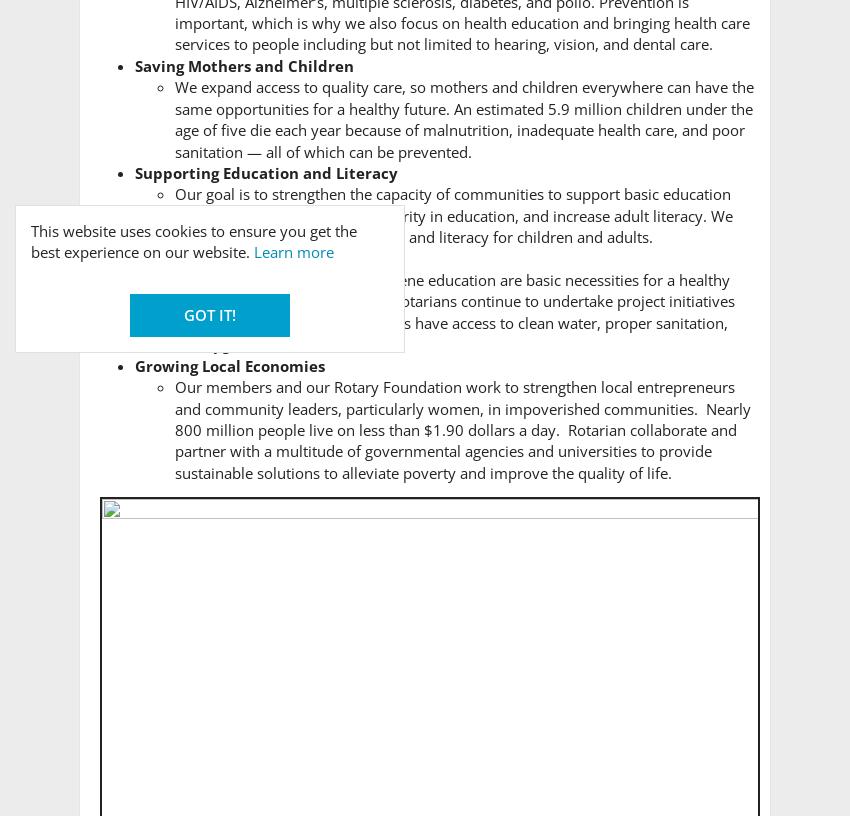  Describe the element at coordinates (174, 312) in the screenshot. I see `'Clean water, sanitation, and hygiene education are basic necessities for a healthy environment and good health.  Rotarians continue to undertake project initiatives worldwide to ensure communities have access to clean water, proper sanitation, and hygiene.'` at that location.